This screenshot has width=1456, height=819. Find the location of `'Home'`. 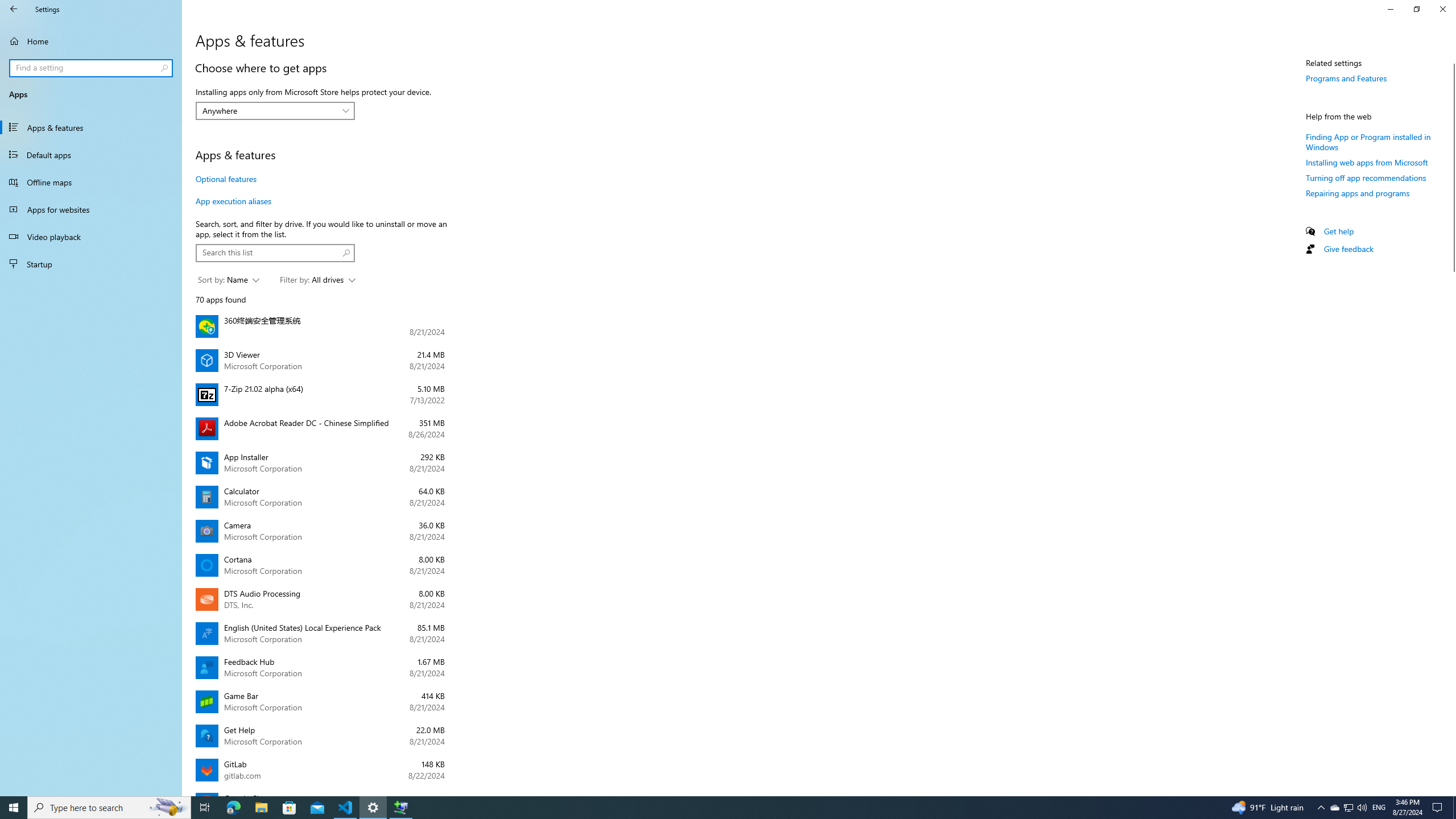

'Home' is located at coordinates (90, 41).